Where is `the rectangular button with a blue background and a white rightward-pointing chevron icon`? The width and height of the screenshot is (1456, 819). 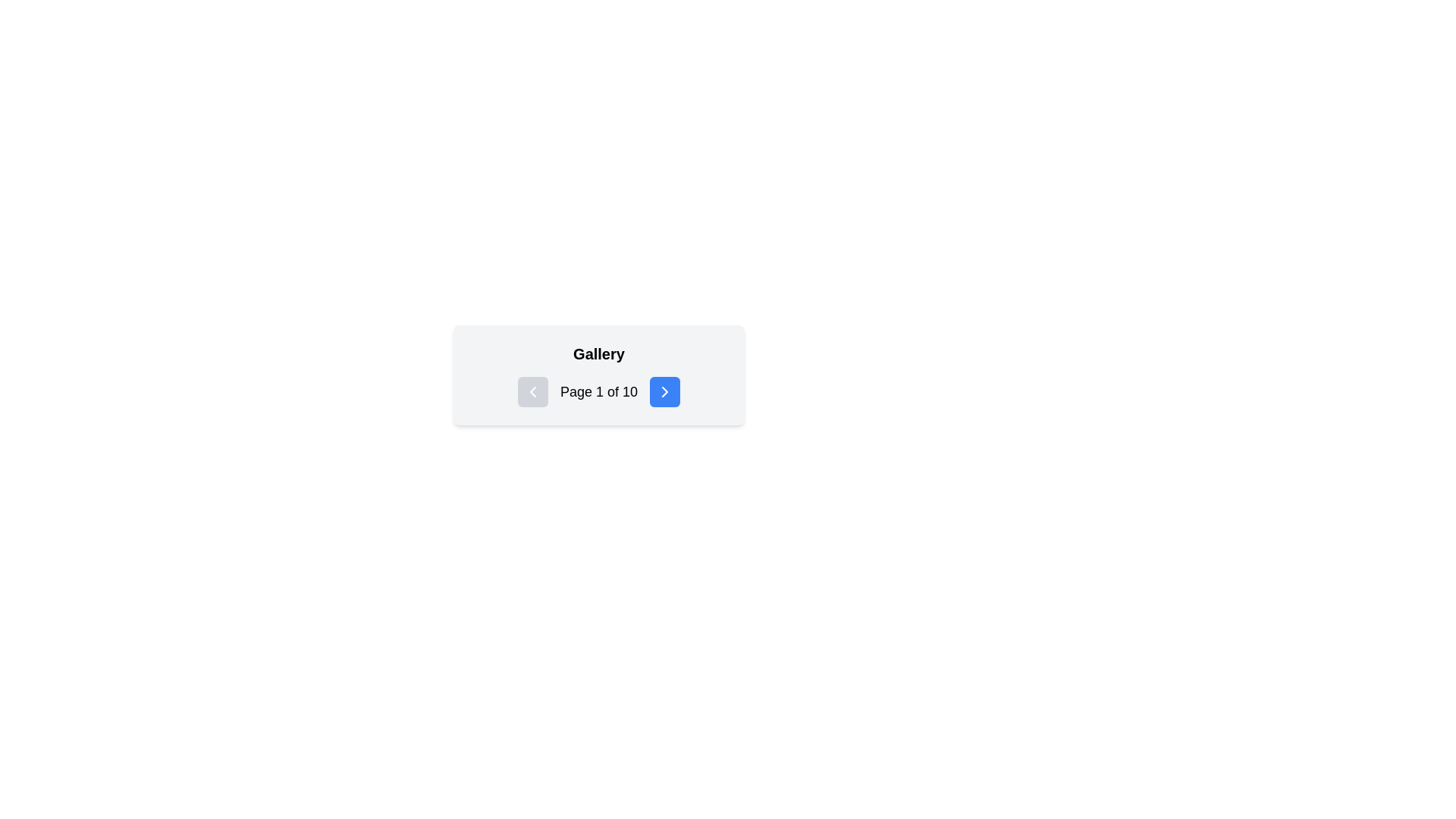
the rectangular button with a blue background and a white rightward-pointing chevron icon is located at coordinates (665, 391).